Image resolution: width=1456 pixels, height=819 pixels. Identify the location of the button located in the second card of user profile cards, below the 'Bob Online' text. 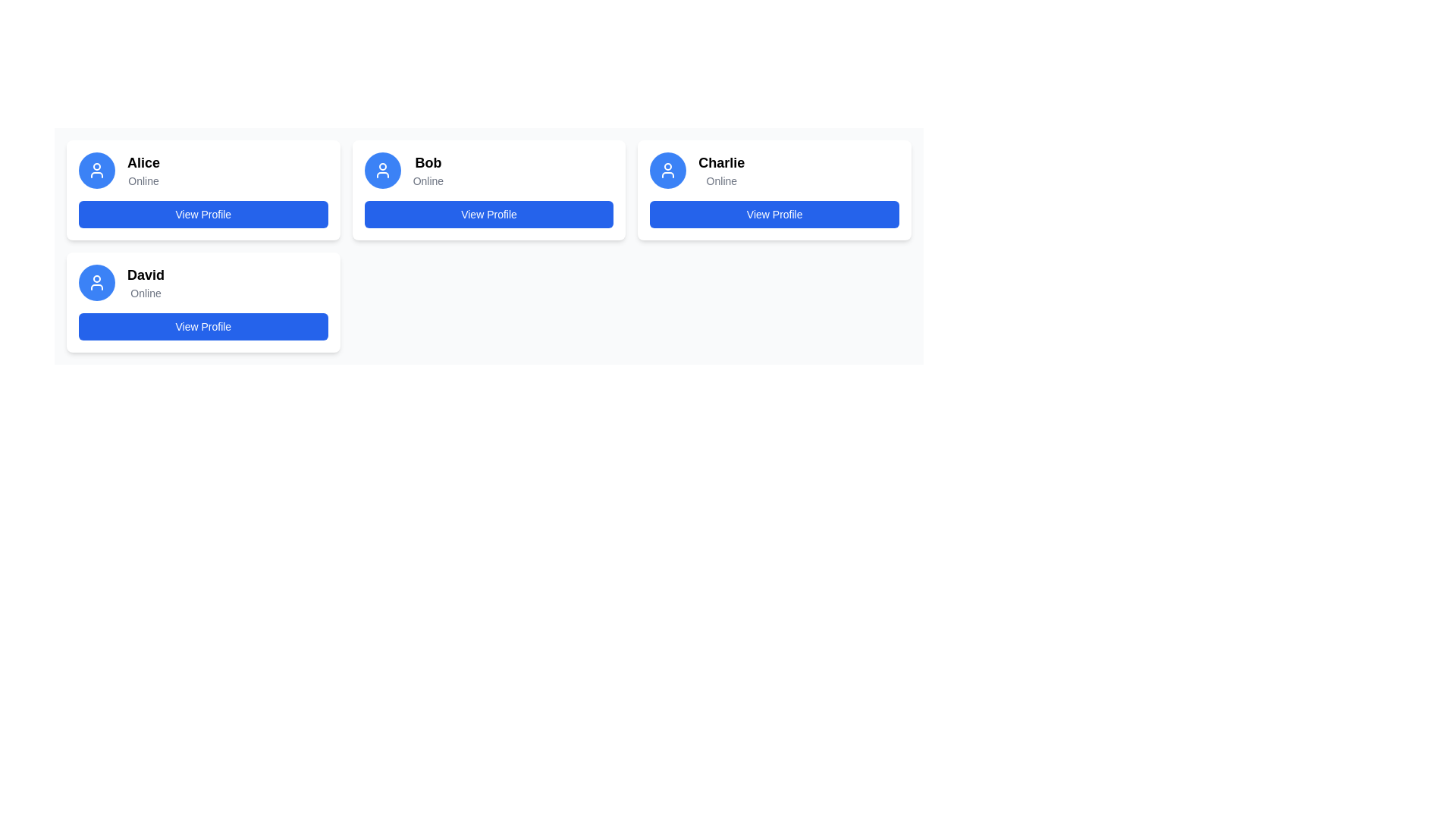
(488, 214).